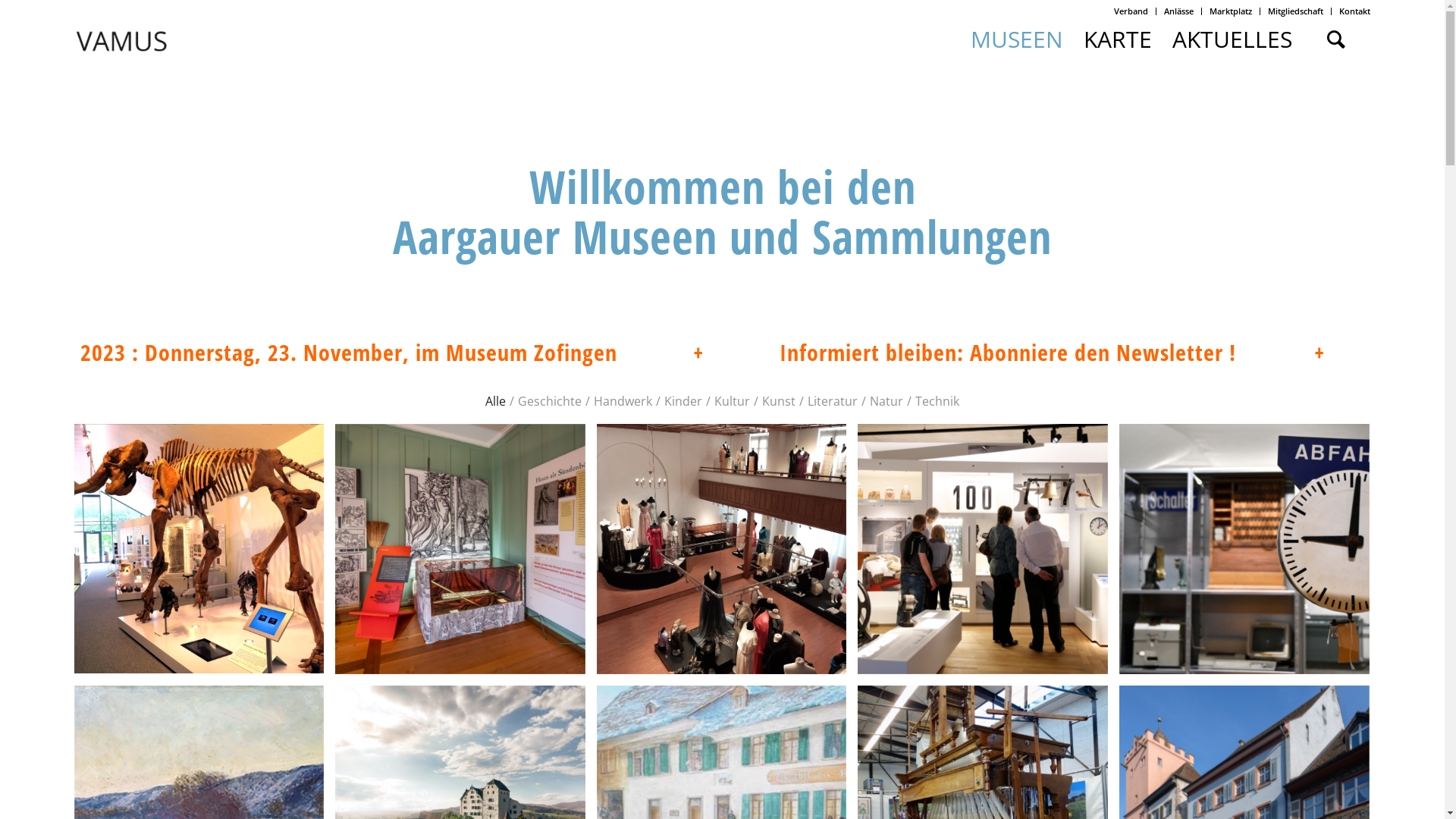  Describe the element at coordinates (1244, 549) in the screenshot. I see `'SBB Historic Windisch'` at that location.